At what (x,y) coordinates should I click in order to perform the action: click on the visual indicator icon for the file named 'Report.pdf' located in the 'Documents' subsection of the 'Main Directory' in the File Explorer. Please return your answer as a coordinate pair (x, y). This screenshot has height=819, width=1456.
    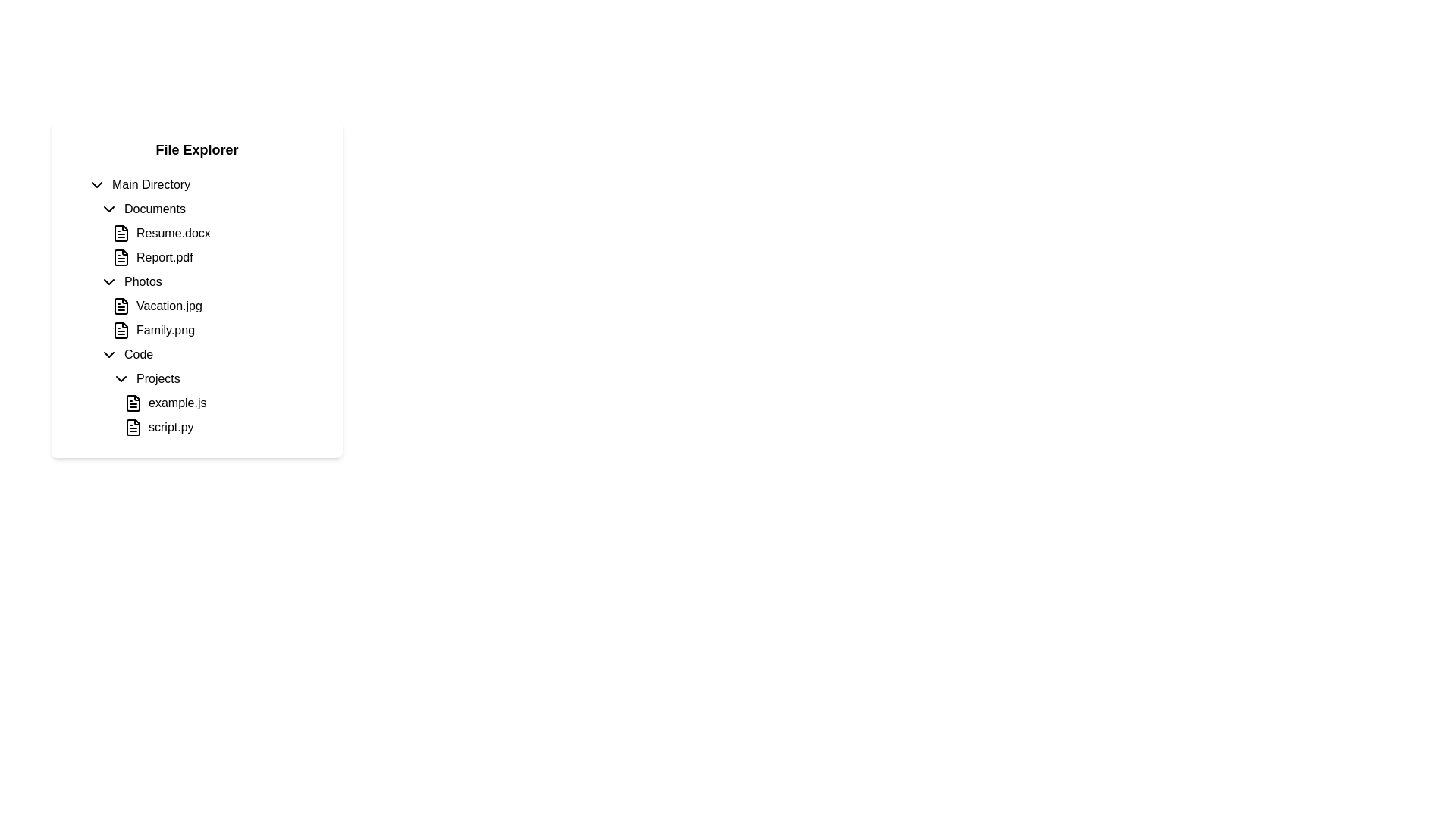
    Looking at the image, I should click on (120, 256).